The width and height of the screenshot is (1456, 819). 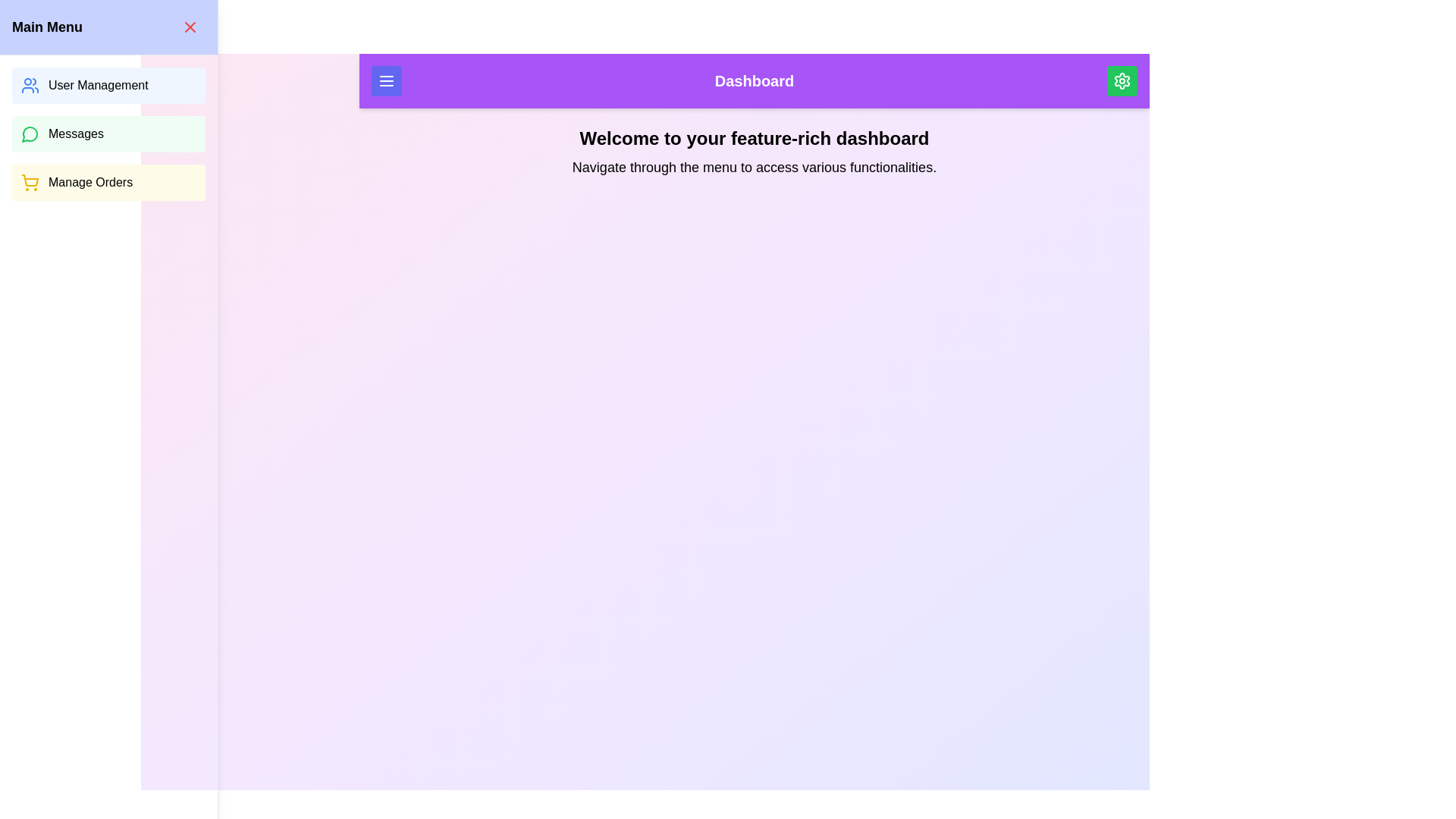 What do you see at coordinates (108, 133) in the screenshot?
I see `the 'Messages' button, which is the second item in the vertical menu list within the 'Main Menu' sidebar` at bounding box center [108, 133].